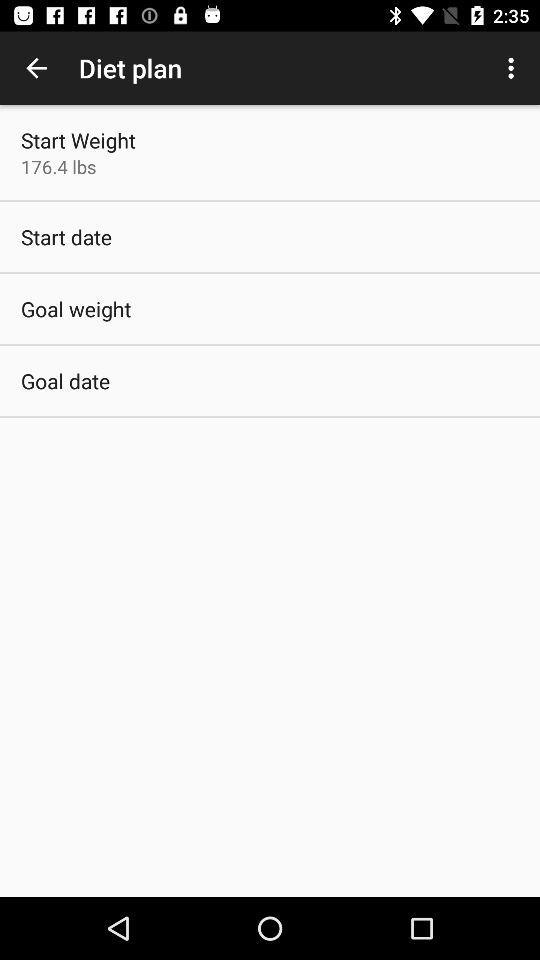  I want to click on goal date item, so click(65, 380).